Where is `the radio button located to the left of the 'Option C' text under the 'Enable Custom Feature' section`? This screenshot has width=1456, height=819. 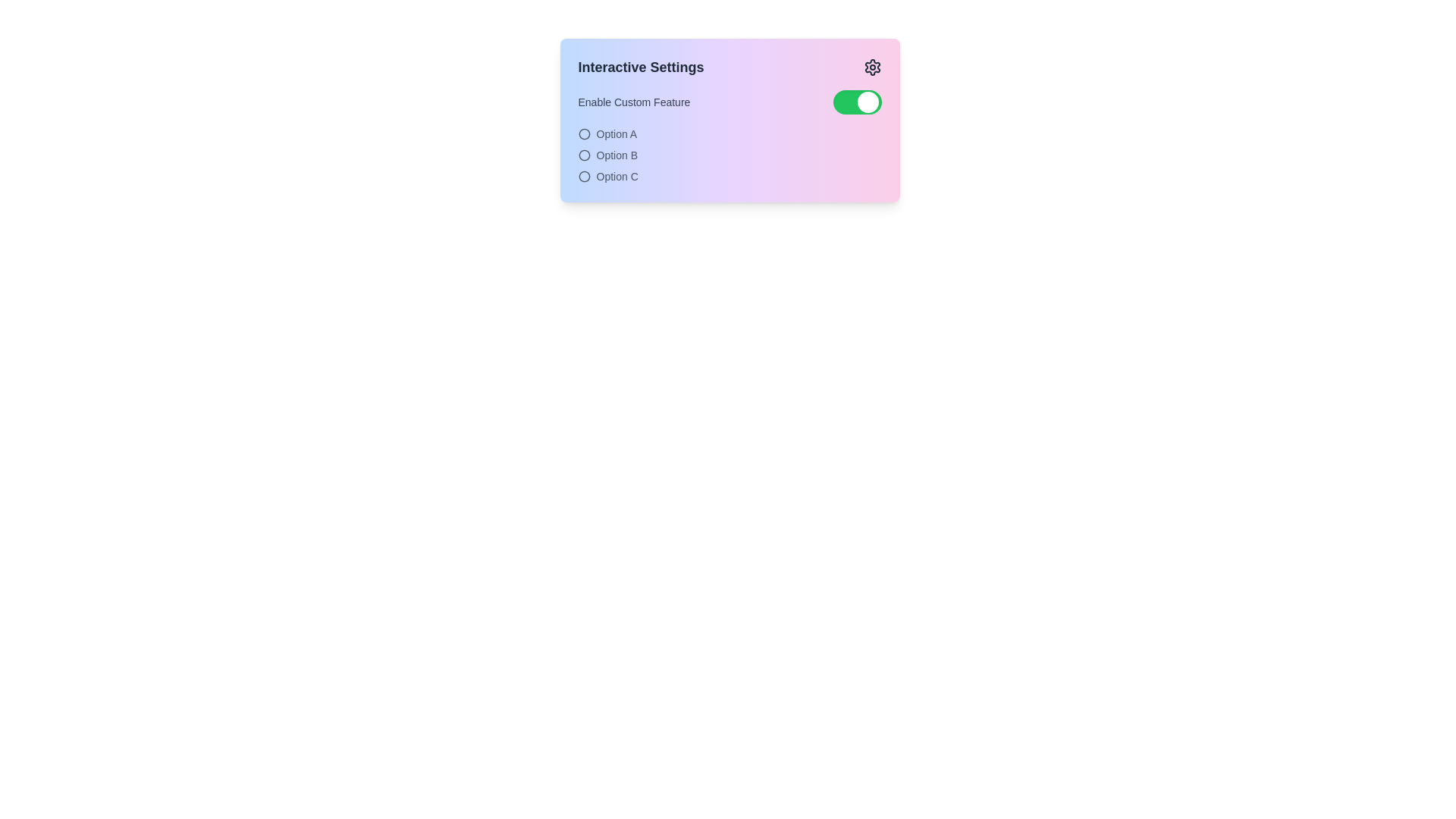 the radio button located to the left of the 'Option C' text under the 'Enable Custom Feature' section is located at coordinates (583, 175).